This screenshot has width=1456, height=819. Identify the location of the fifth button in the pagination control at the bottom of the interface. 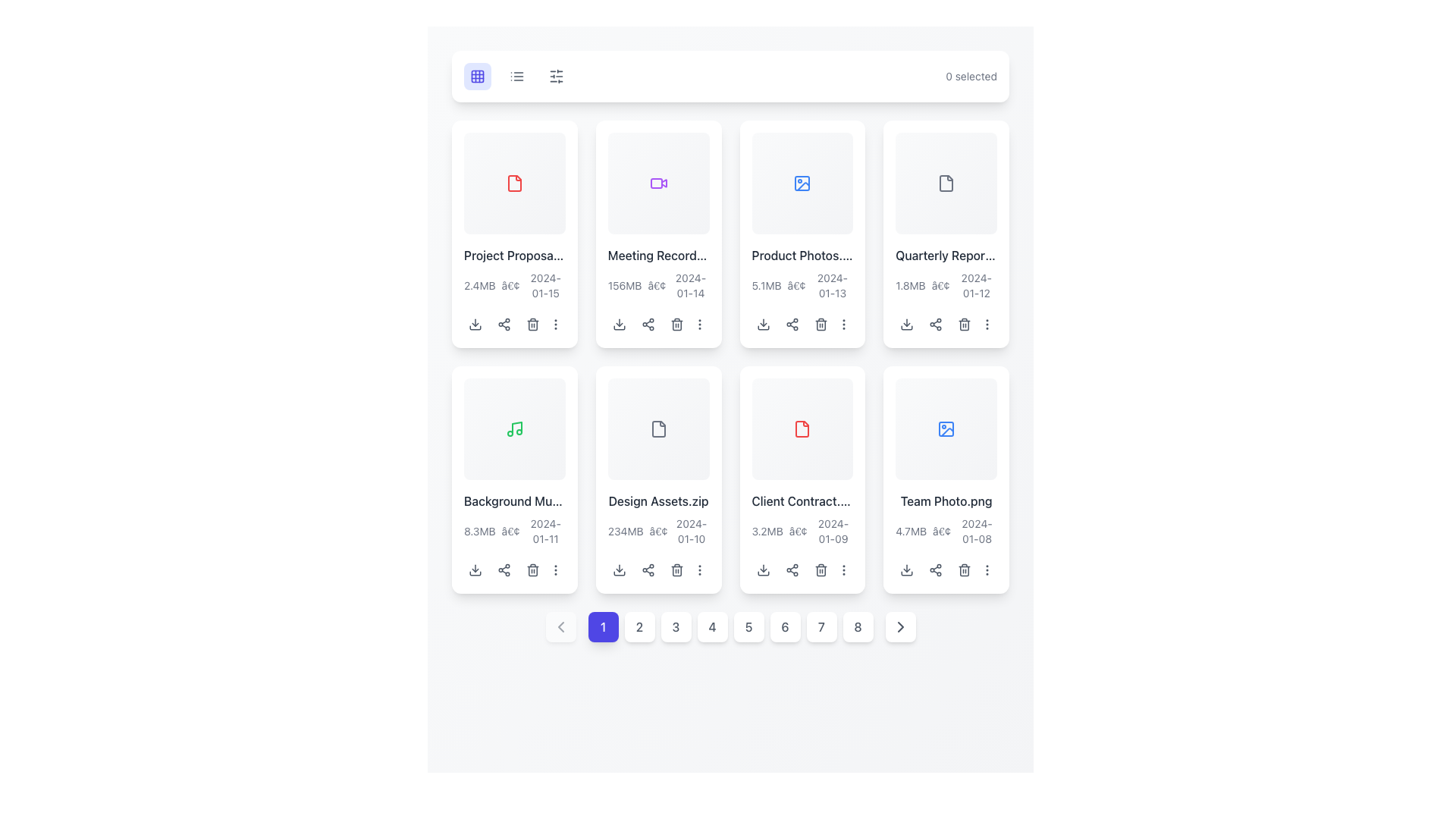
(730, 626).